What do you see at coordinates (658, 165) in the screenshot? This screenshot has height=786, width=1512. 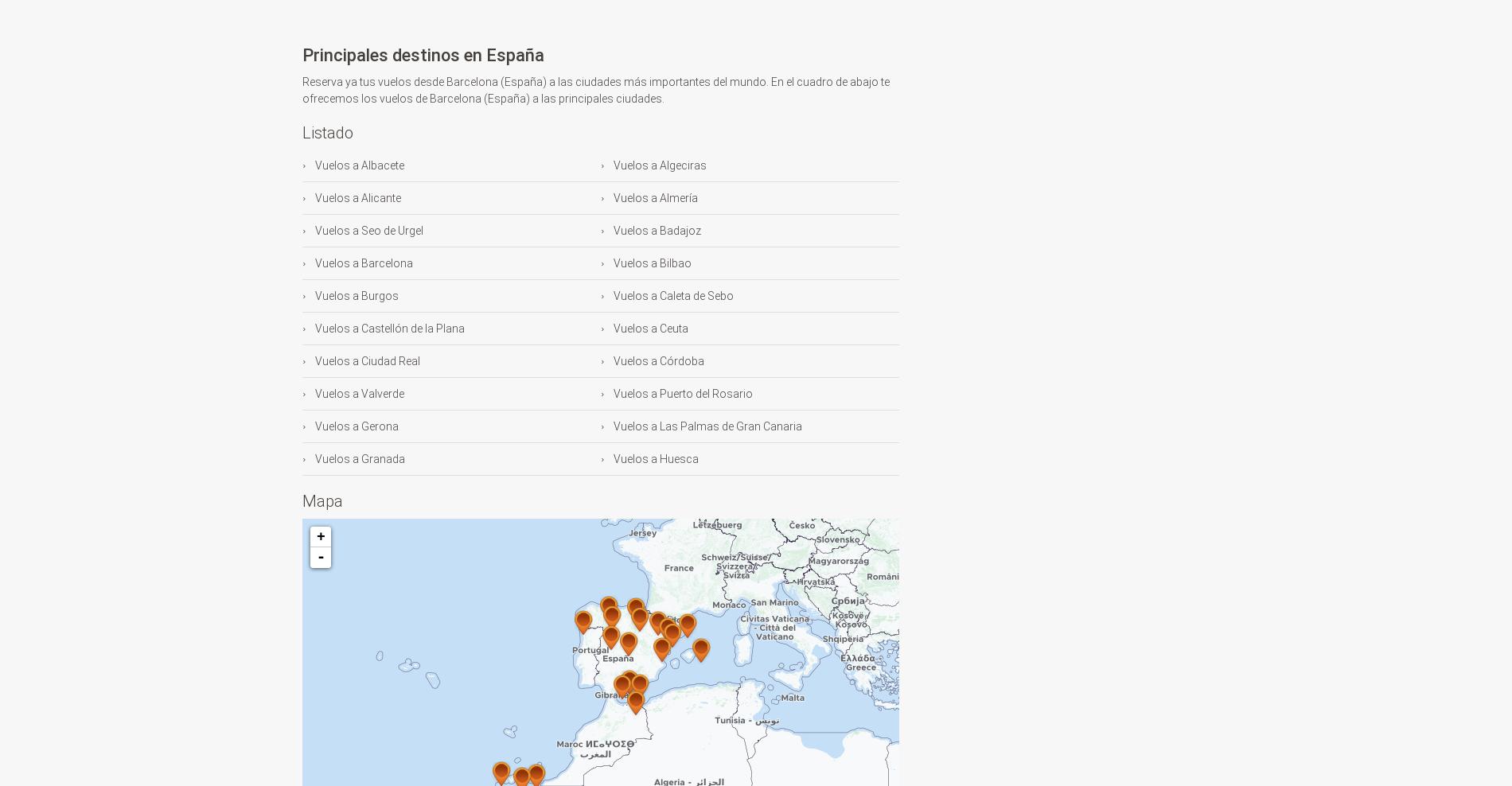 I see `'Vuelos a Algeciras'` at bounding box center [658, 165].